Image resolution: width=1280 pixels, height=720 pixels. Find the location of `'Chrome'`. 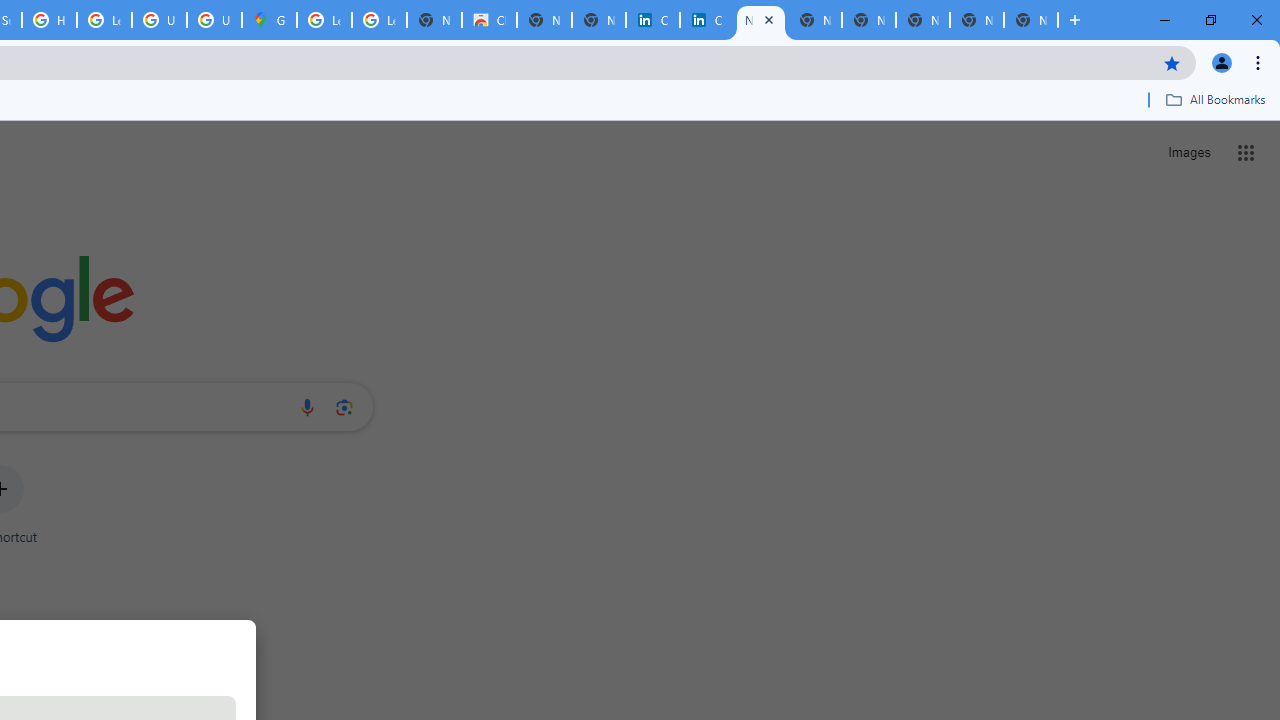

'Chrome' is located at coordinates (1259, 61).